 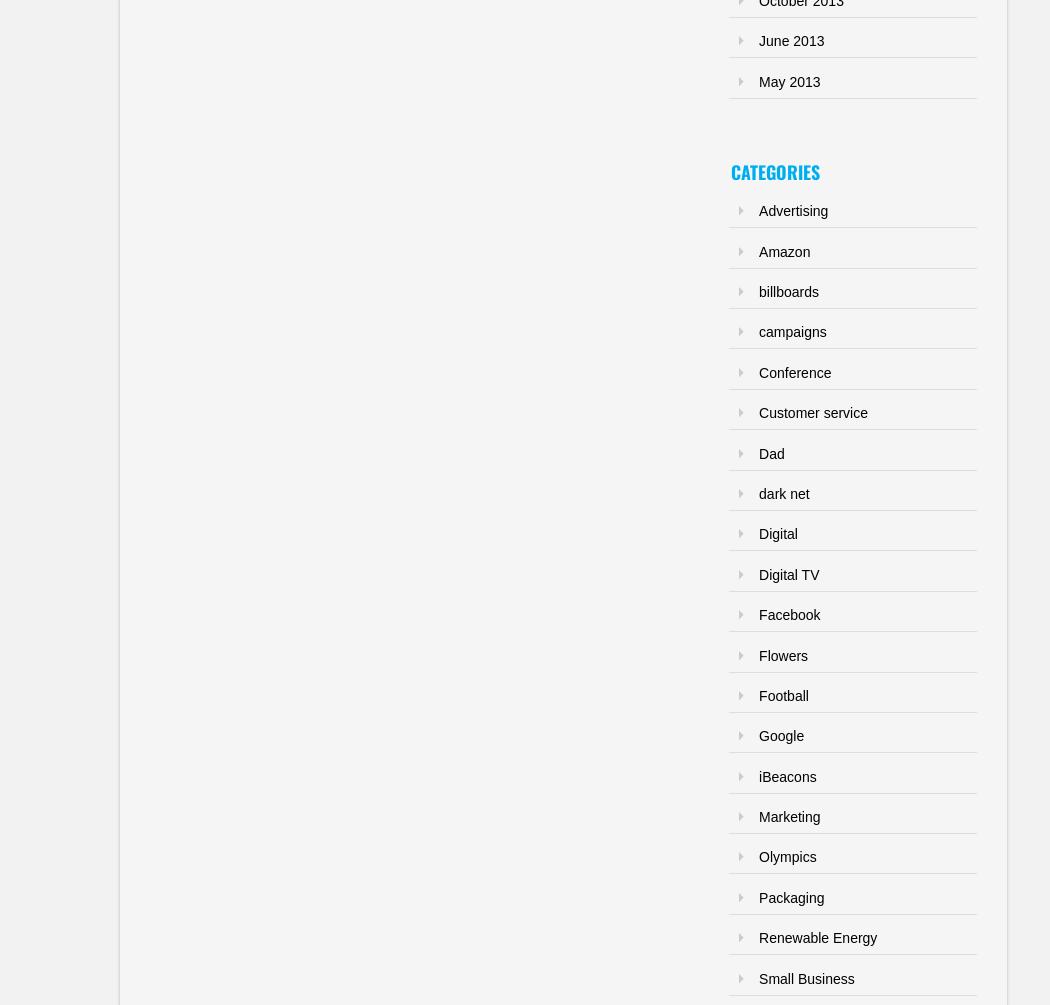 What do you see at coordinates (778, 532) in the screenshot?
I see `'Digital'` at bounding box center [778, 532].